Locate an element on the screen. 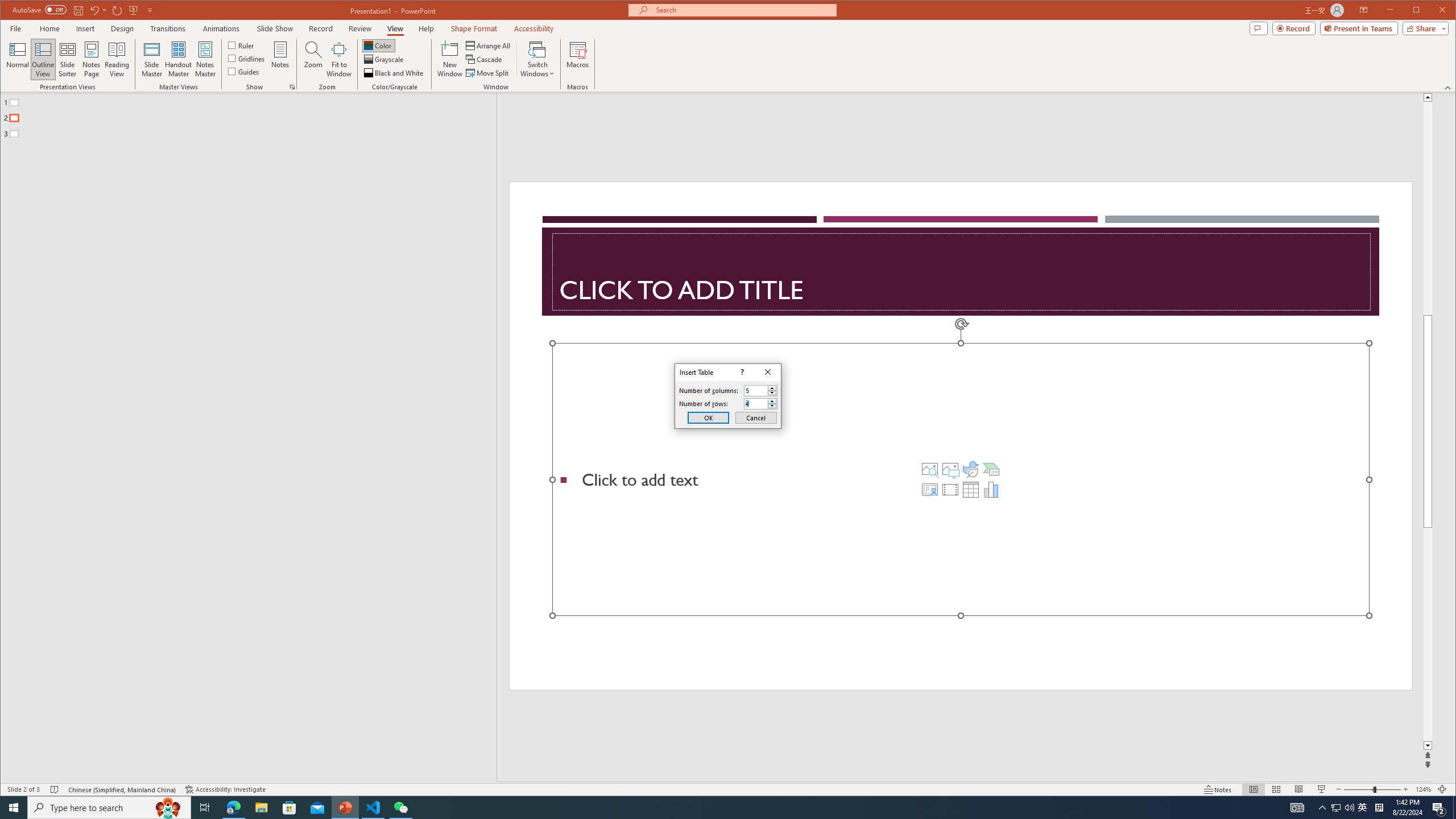 The width and height of the screenshot is (1456, 819). 'Context help' is located at coordinates (741, 372).